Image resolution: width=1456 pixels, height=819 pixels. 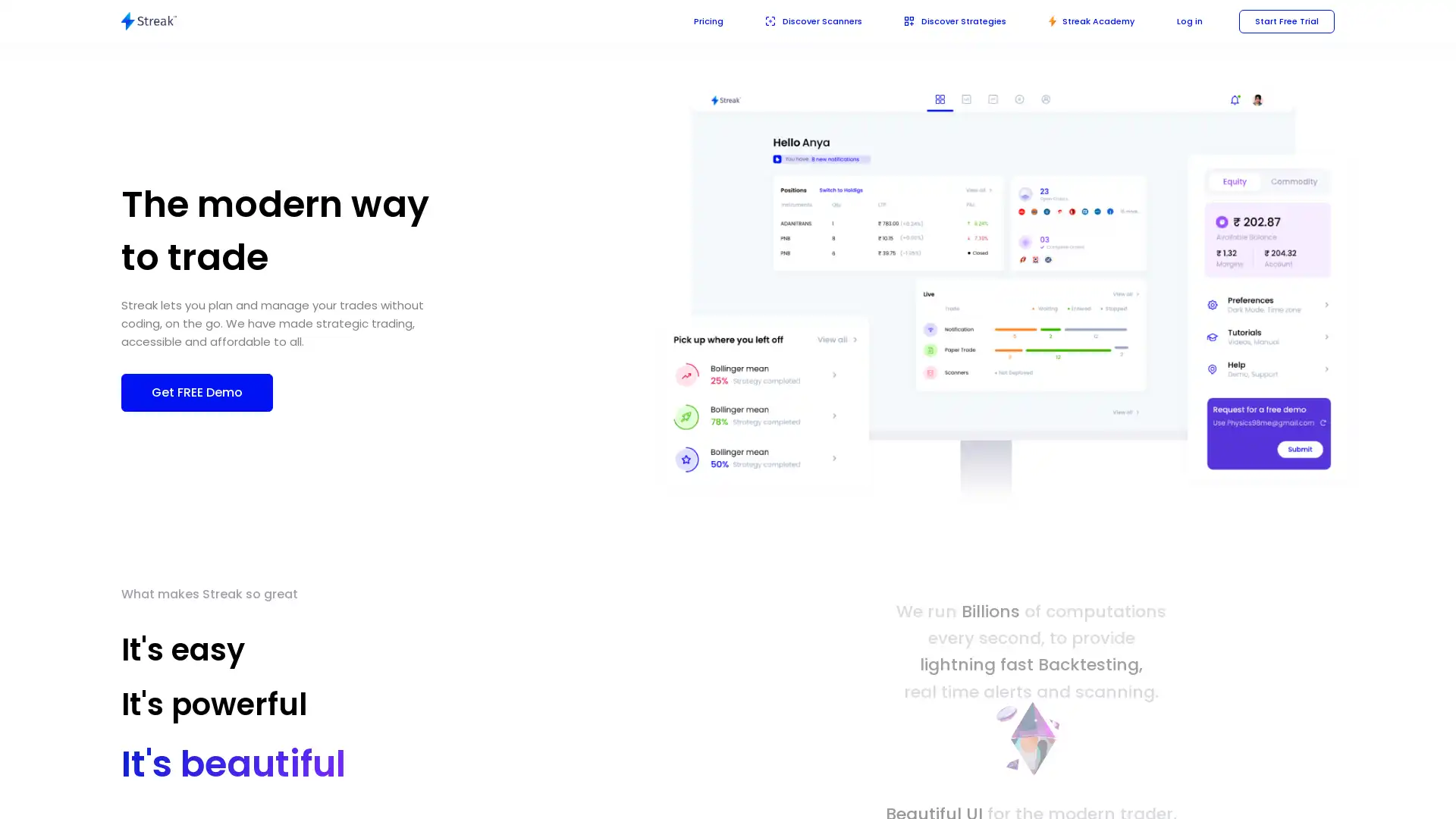 I want to click on Discover Scanners, so click(x=794, y=20).